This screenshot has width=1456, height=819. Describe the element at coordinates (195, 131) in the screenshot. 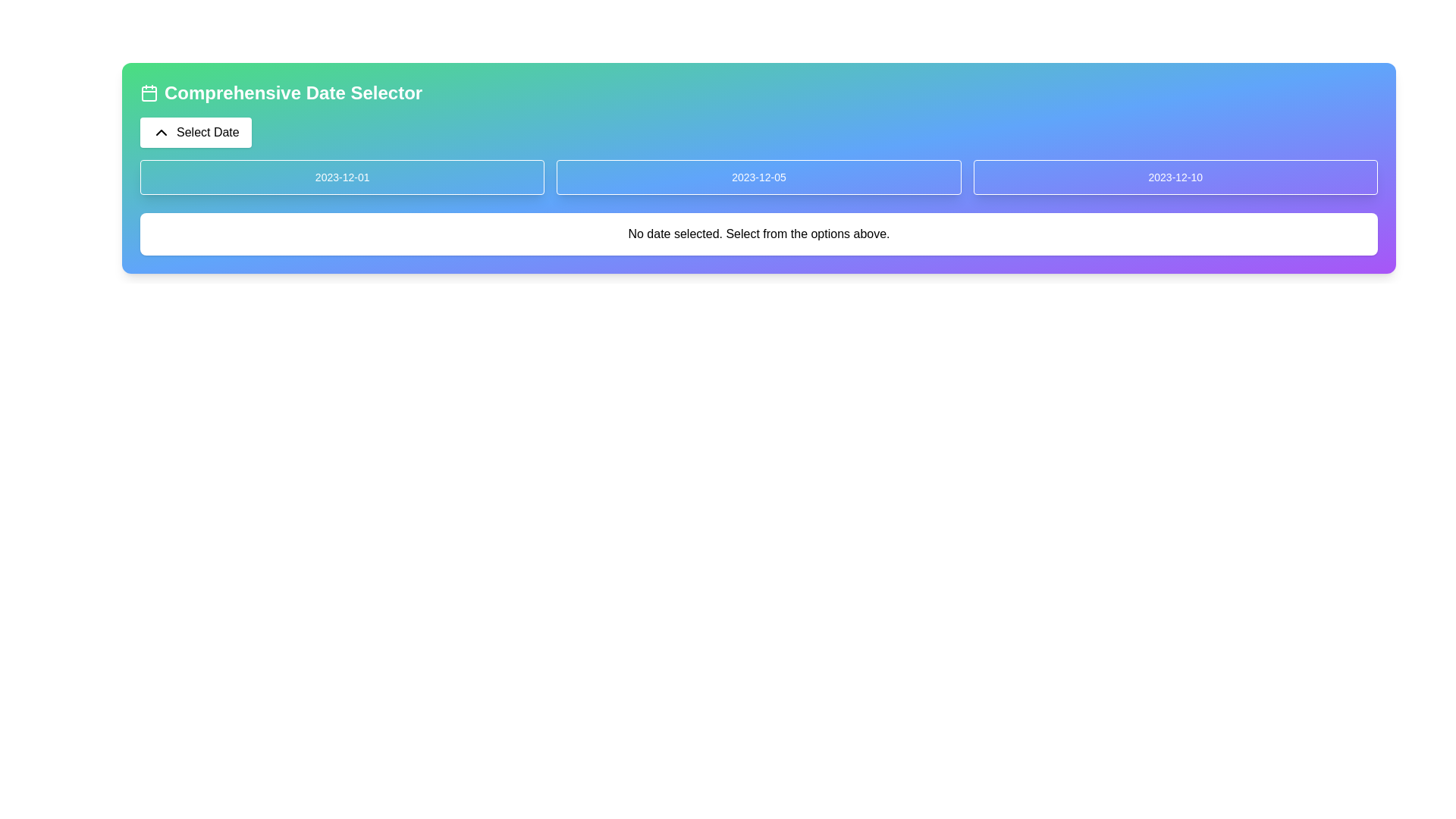

I see `the date selection button located` at that location.